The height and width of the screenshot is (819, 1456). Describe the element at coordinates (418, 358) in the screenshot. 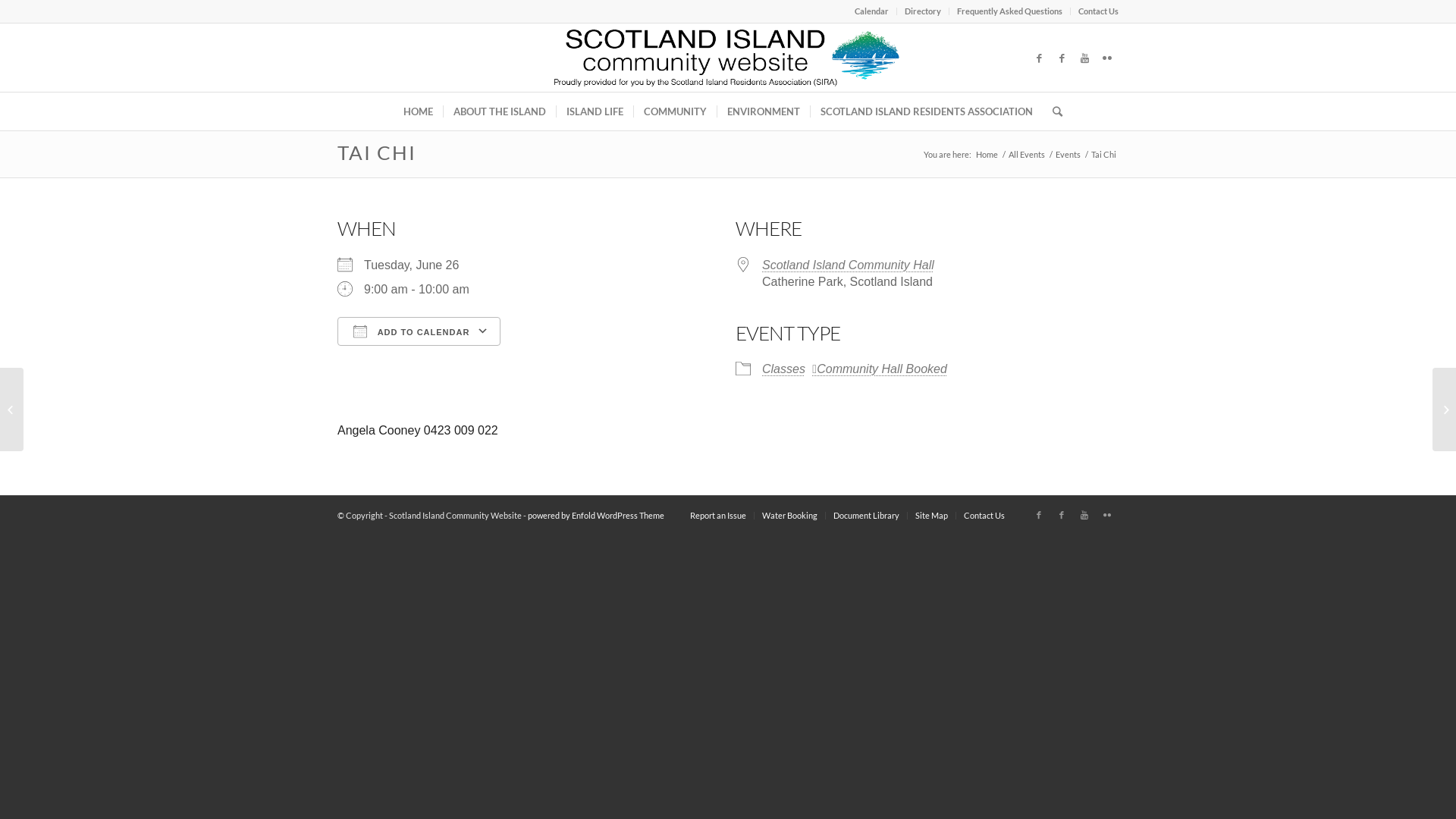

I see `'Download ICS'` at that location.